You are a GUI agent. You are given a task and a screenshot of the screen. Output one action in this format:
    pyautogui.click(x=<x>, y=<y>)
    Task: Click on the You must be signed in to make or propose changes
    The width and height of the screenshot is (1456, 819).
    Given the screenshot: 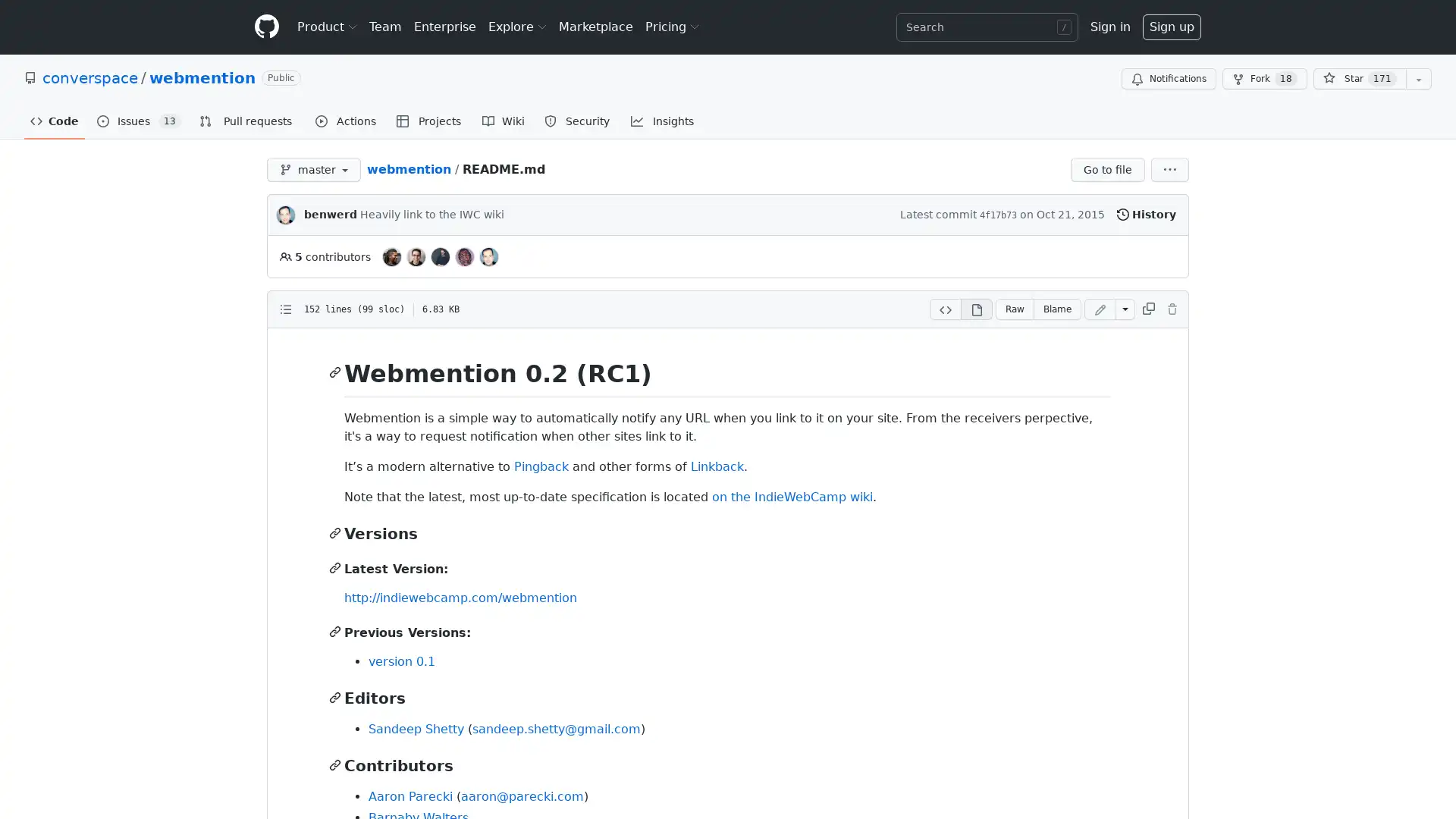 What is the action you would take?
    pyautogui.click(x=1100, y=309)
    